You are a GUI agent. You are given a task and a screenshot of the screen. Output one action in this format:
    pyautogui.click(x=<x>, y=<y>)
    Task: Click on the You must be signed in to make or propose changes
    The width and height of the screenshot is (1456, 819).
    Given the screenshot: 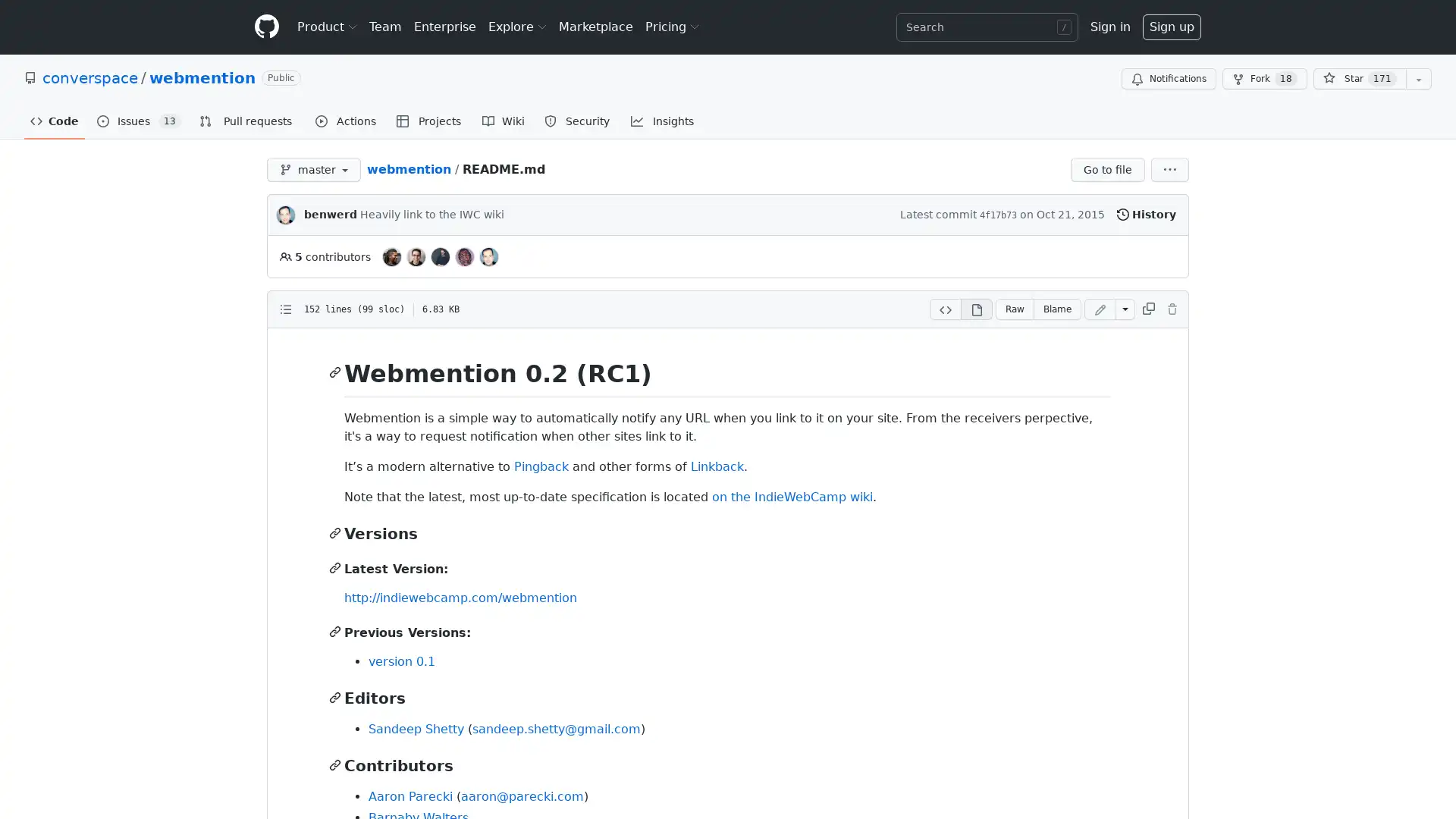 What is the action you would take?
    pyautogui.click(x=1100, y=309)
    